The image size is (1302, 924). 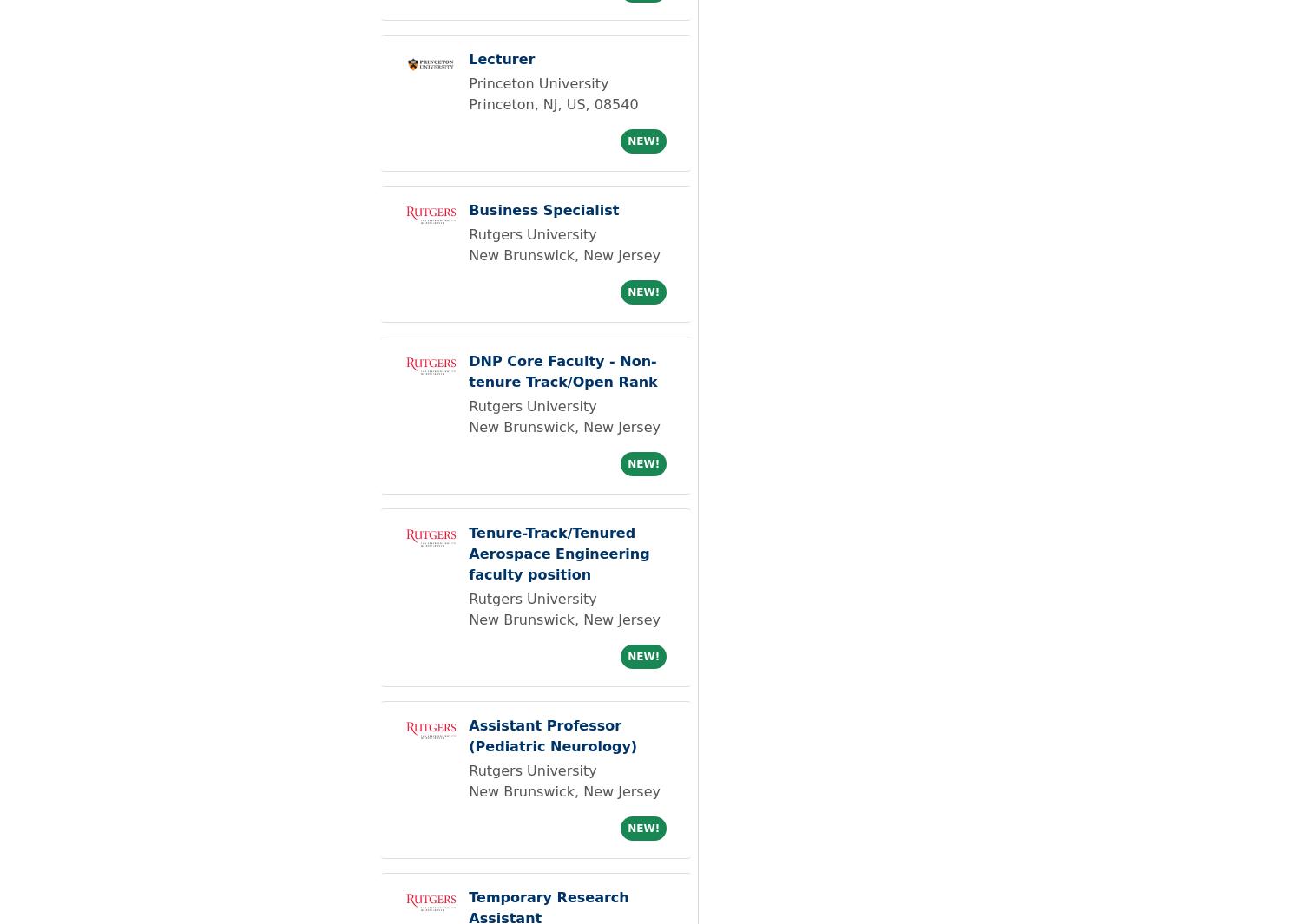 What do you see at coordinates (537, 82) in the screenshot?
I see `'Princeton University'` at bounding box center [537, 82].